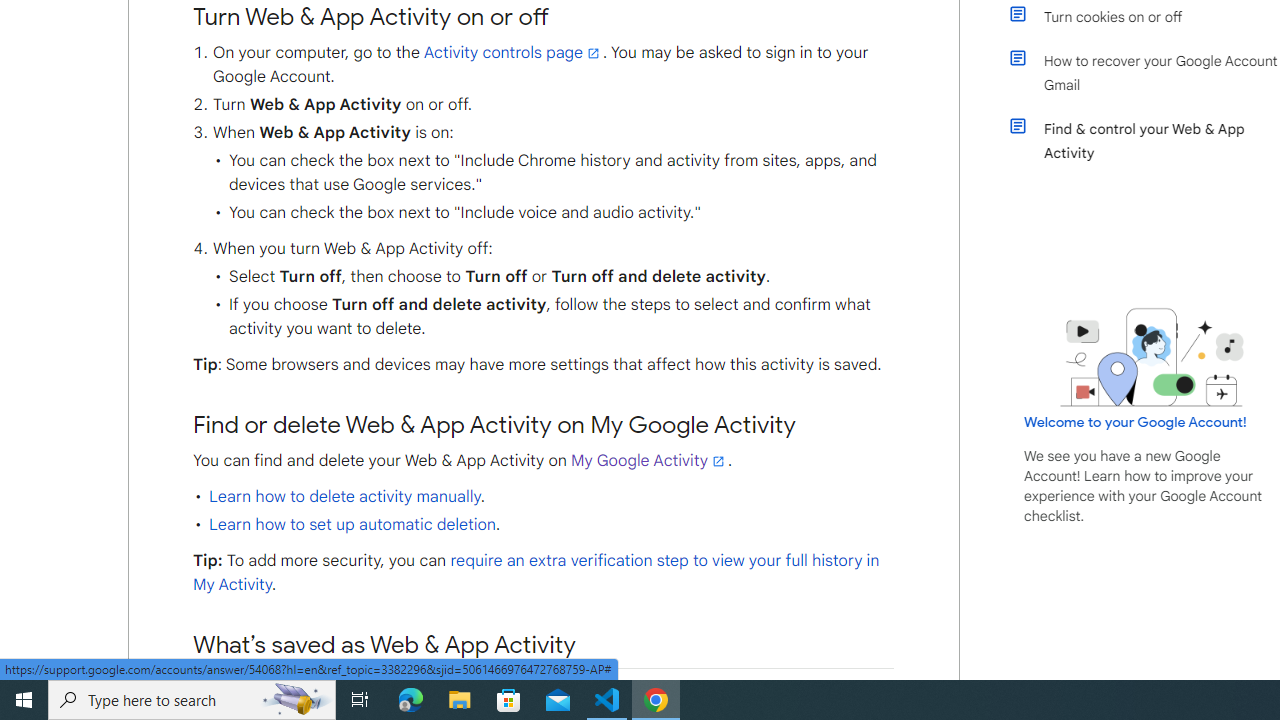 The height and width of the screenshot is (720, 1280). Describe the element at coordinates (1152, 356) in the screenshot. I see `'Learning Center home page image'` at that location.